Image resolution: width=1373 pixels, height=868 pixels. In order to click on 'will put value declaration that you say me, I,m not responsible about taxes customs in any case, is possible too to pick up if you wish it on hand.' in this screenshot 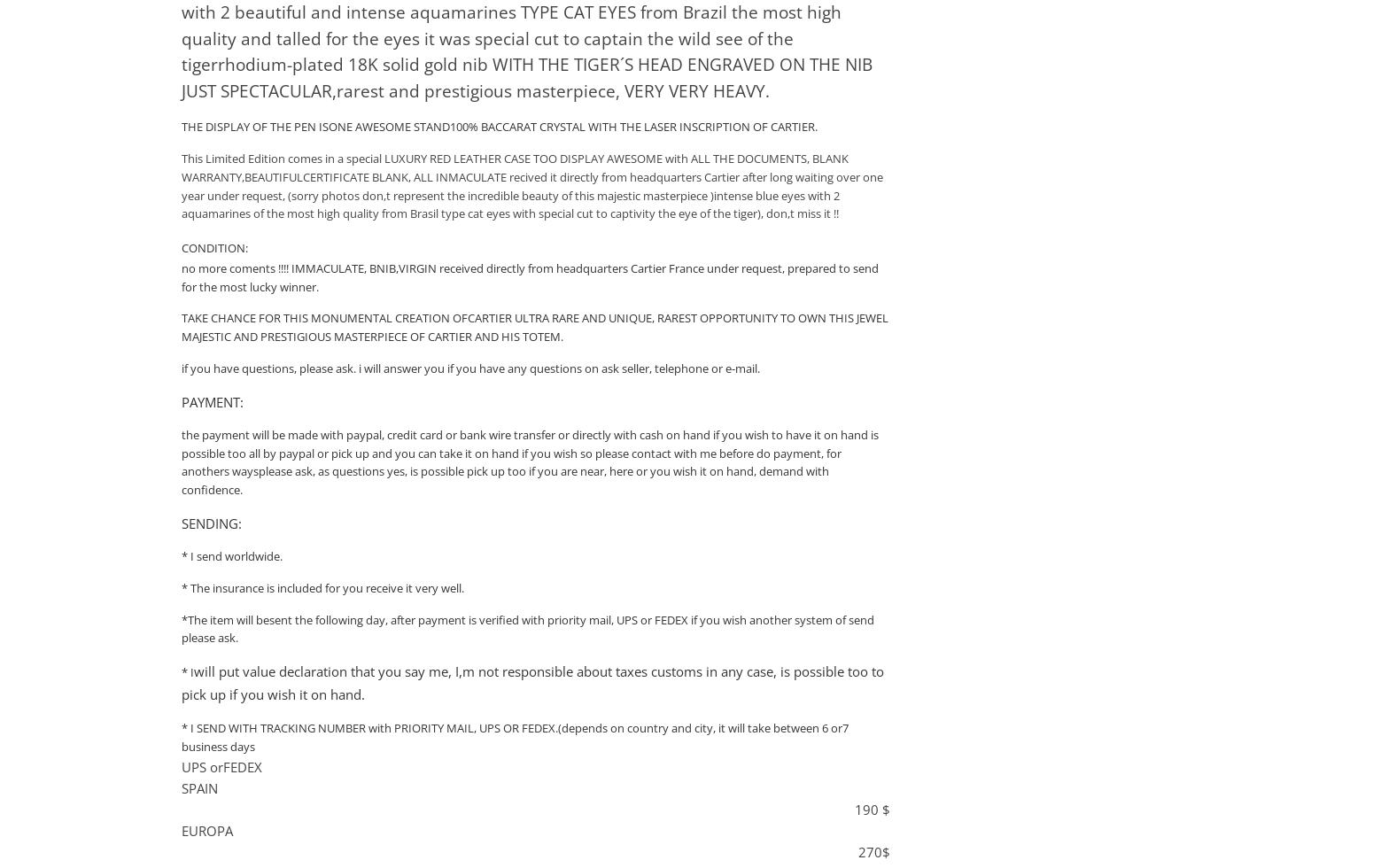, I will do `click(181, 682)`.